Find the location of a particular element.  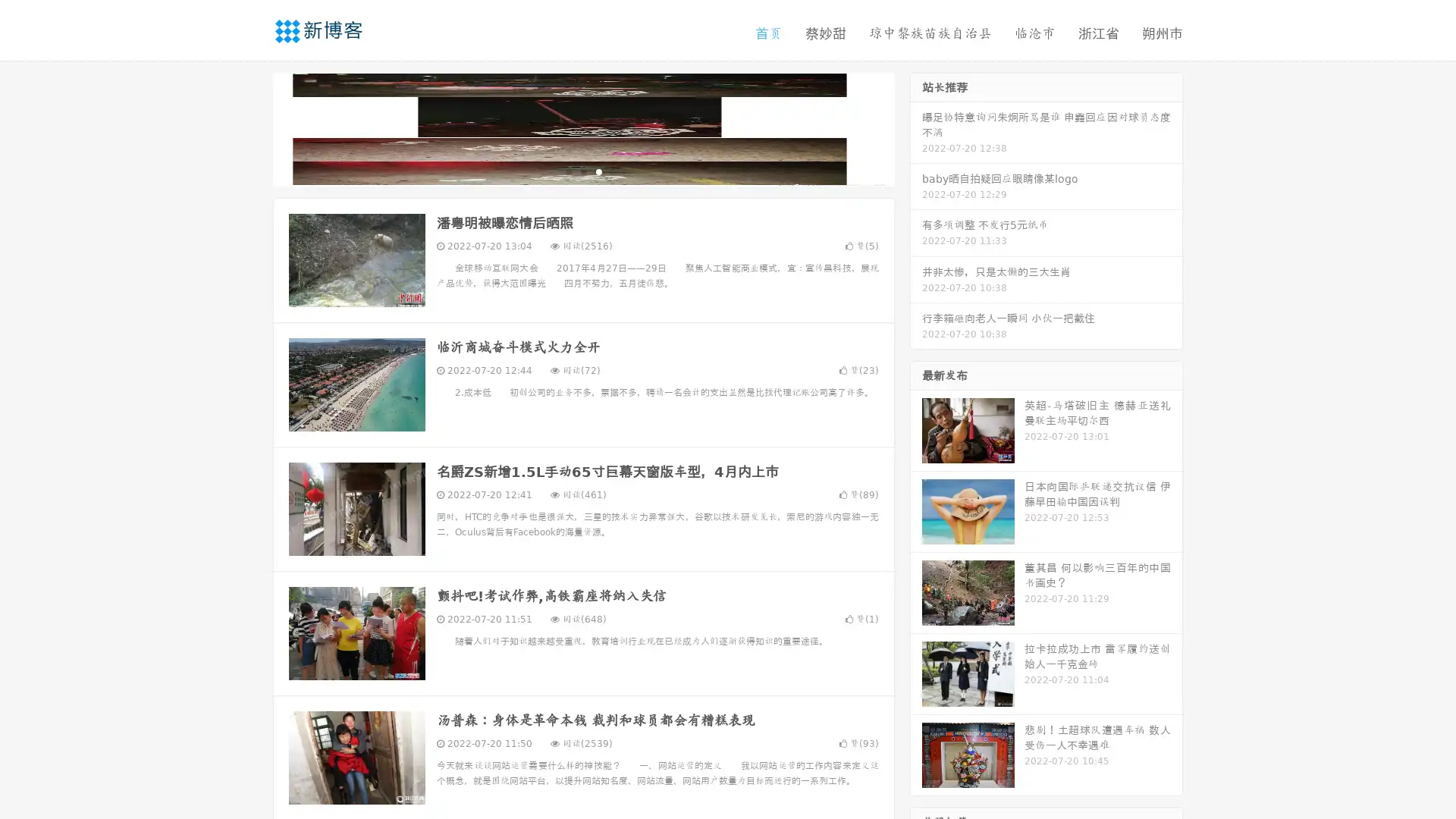

Go to slide 3 is located at coordinates (598, 171).